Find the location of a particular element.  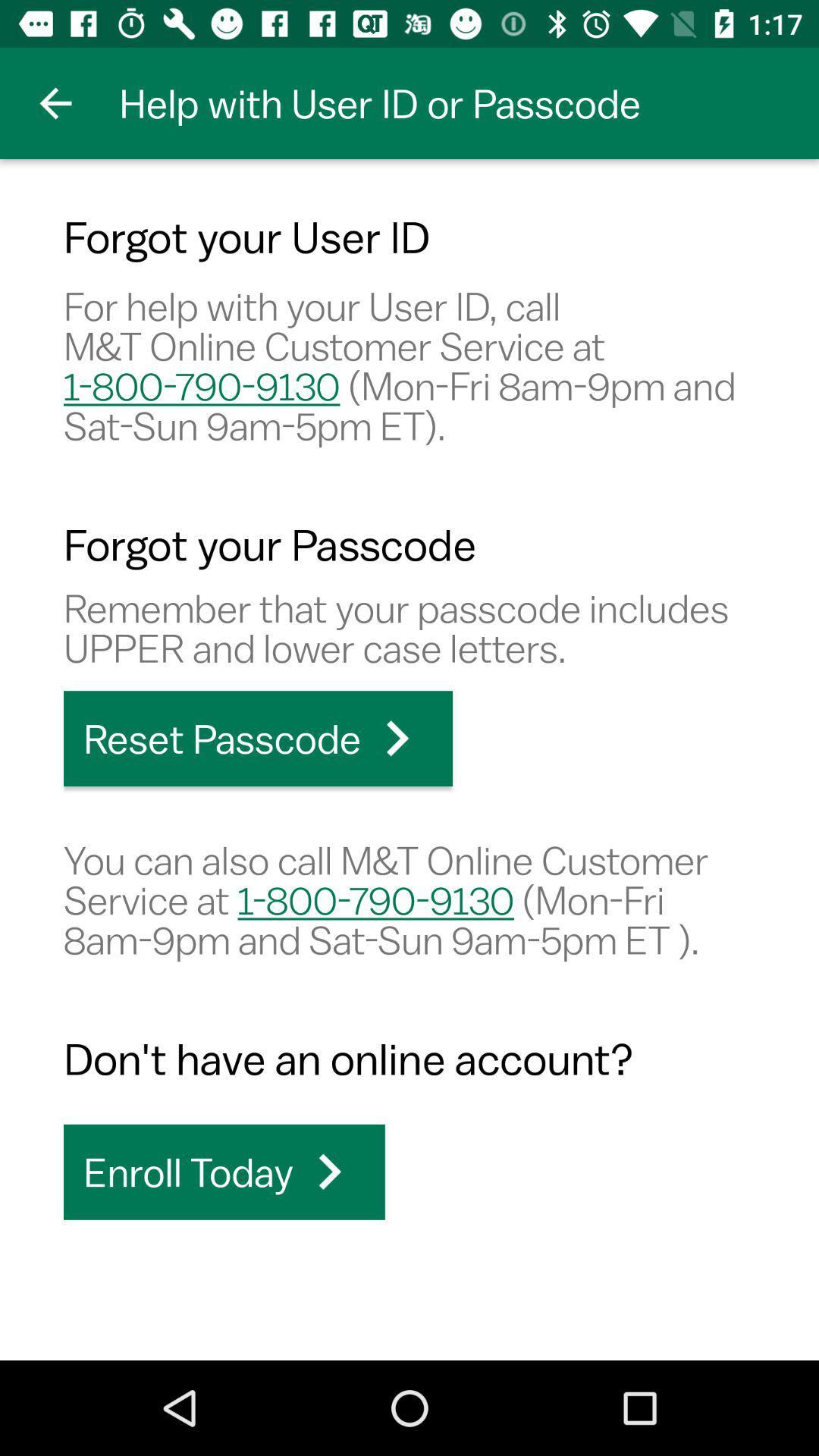

the enroll today icon is located at coordinates (224, 1171).